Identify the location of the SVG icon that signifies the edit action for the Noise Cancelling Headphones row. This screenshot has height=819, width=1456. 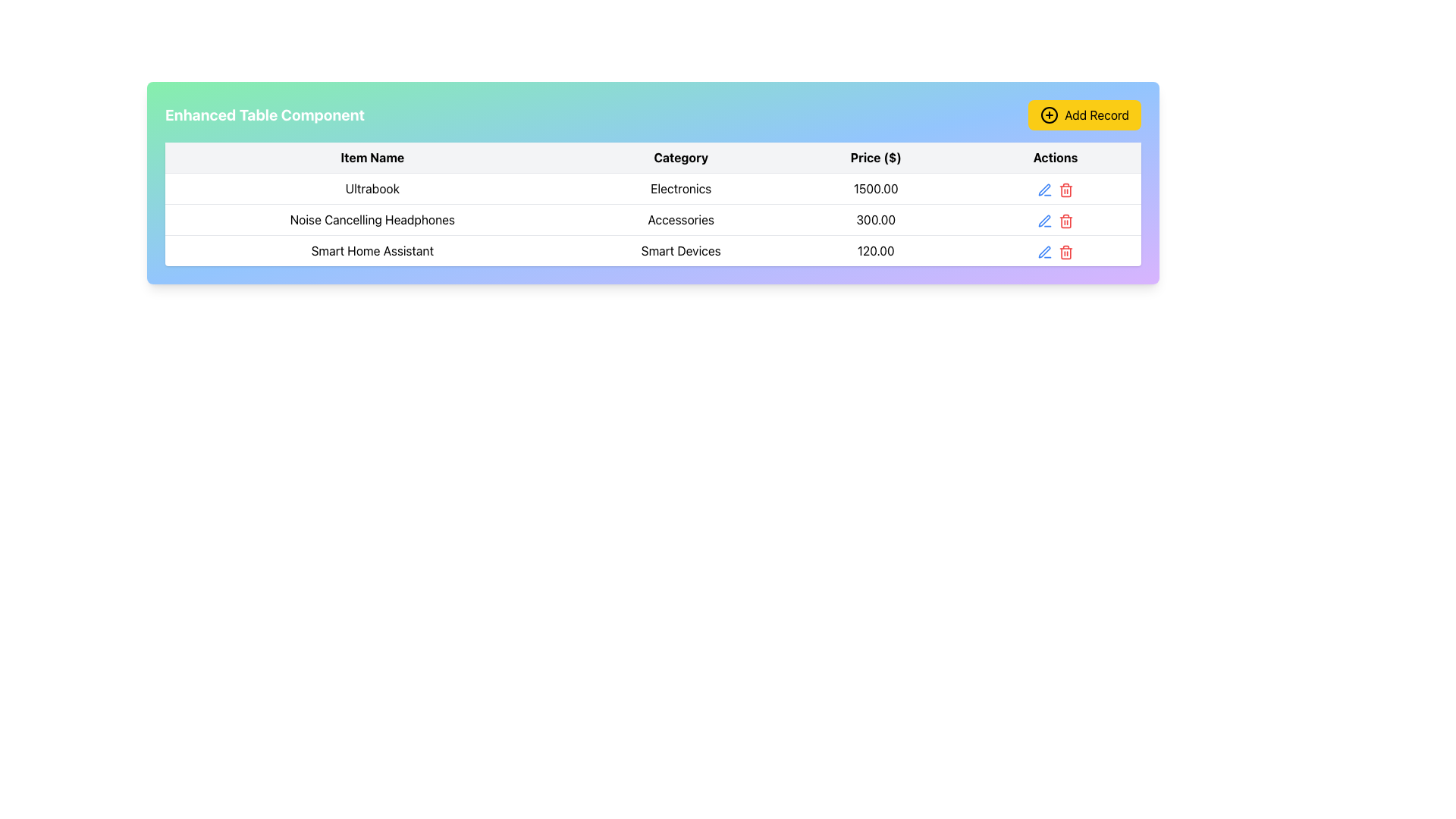
(1043, 221).